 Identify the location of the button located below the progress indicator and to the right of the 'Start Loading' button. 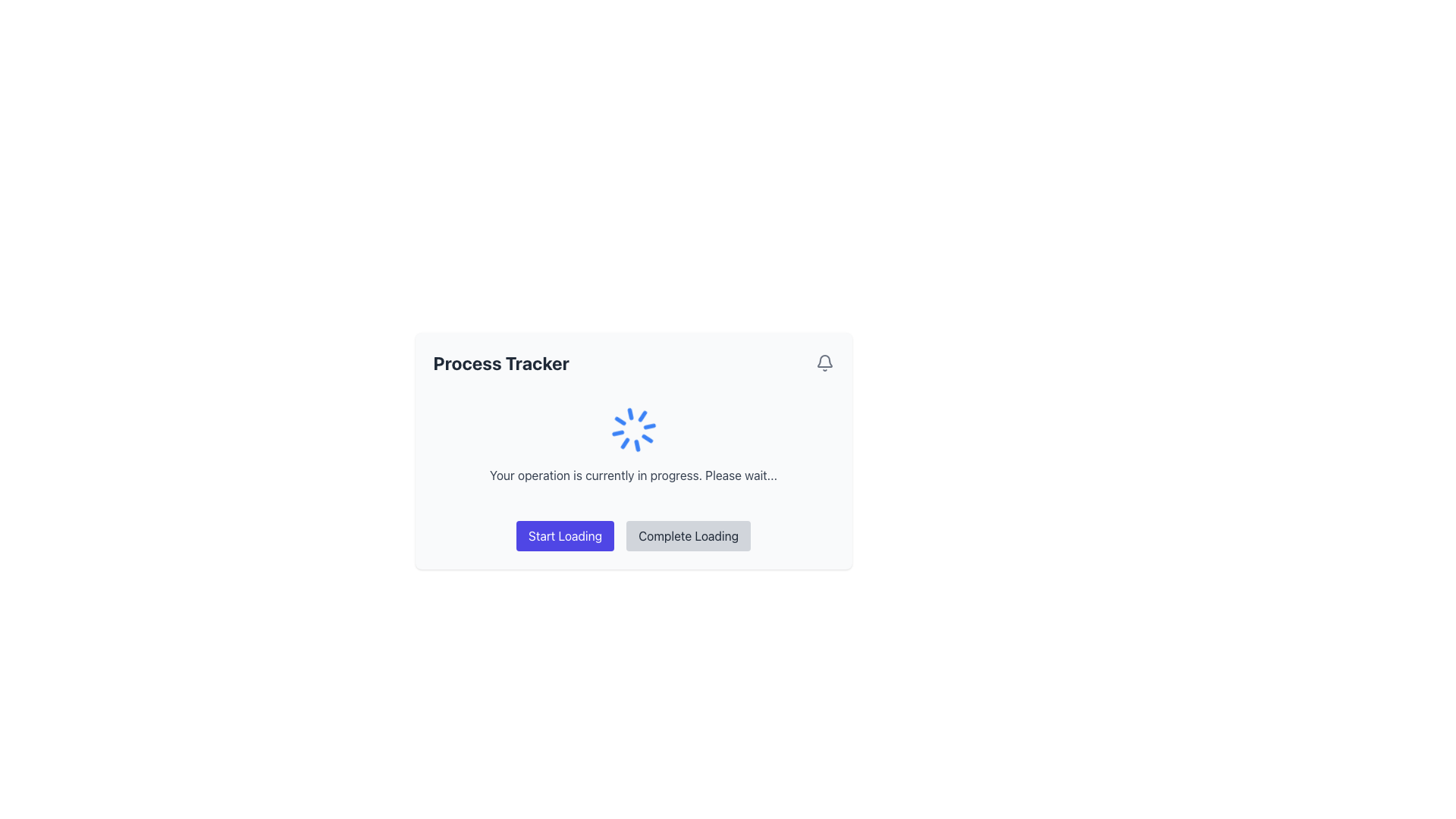
(687, 535).